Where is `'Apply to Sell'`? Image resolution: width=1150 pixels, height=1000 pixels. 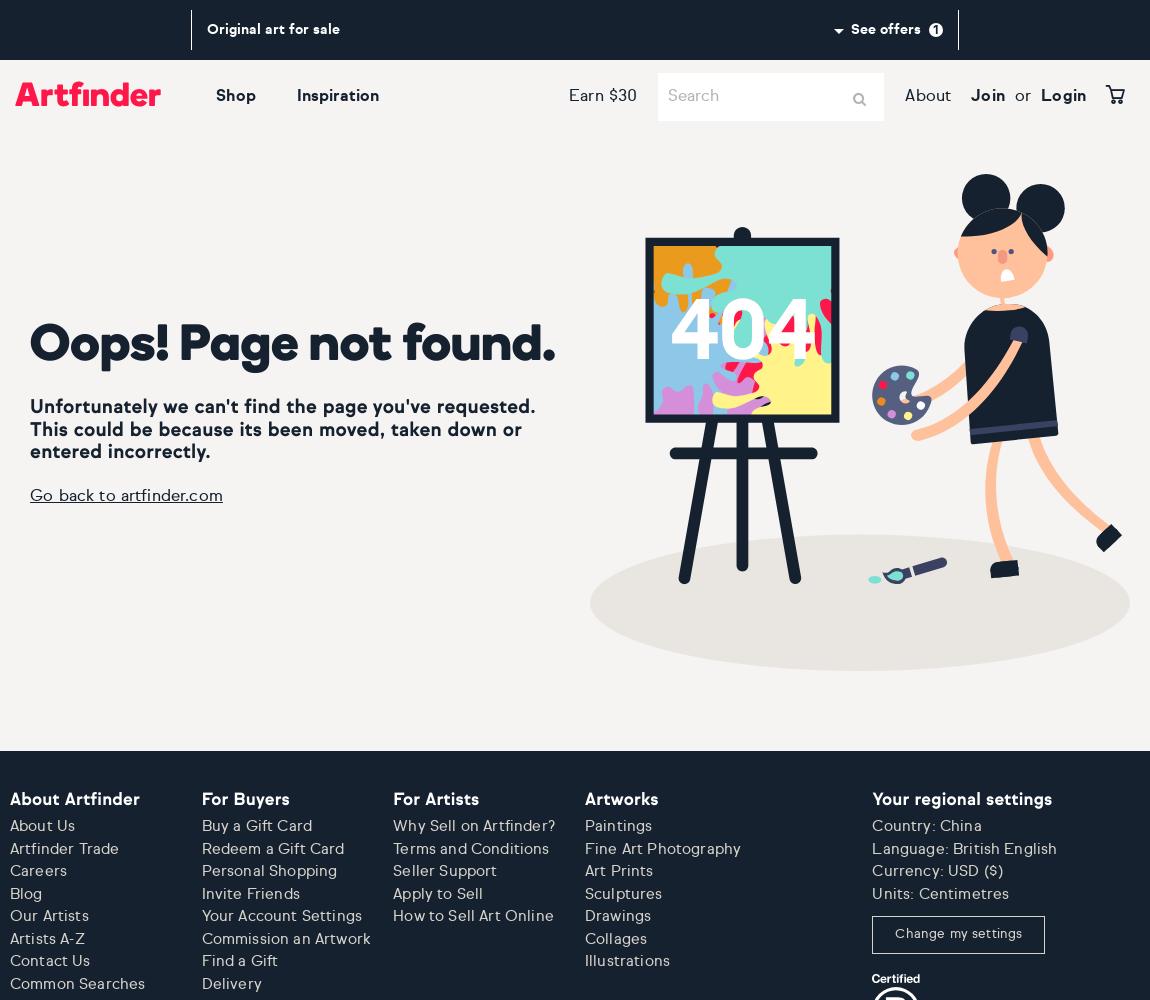 'Apply to Sell' is located at coordinates (438, 893).